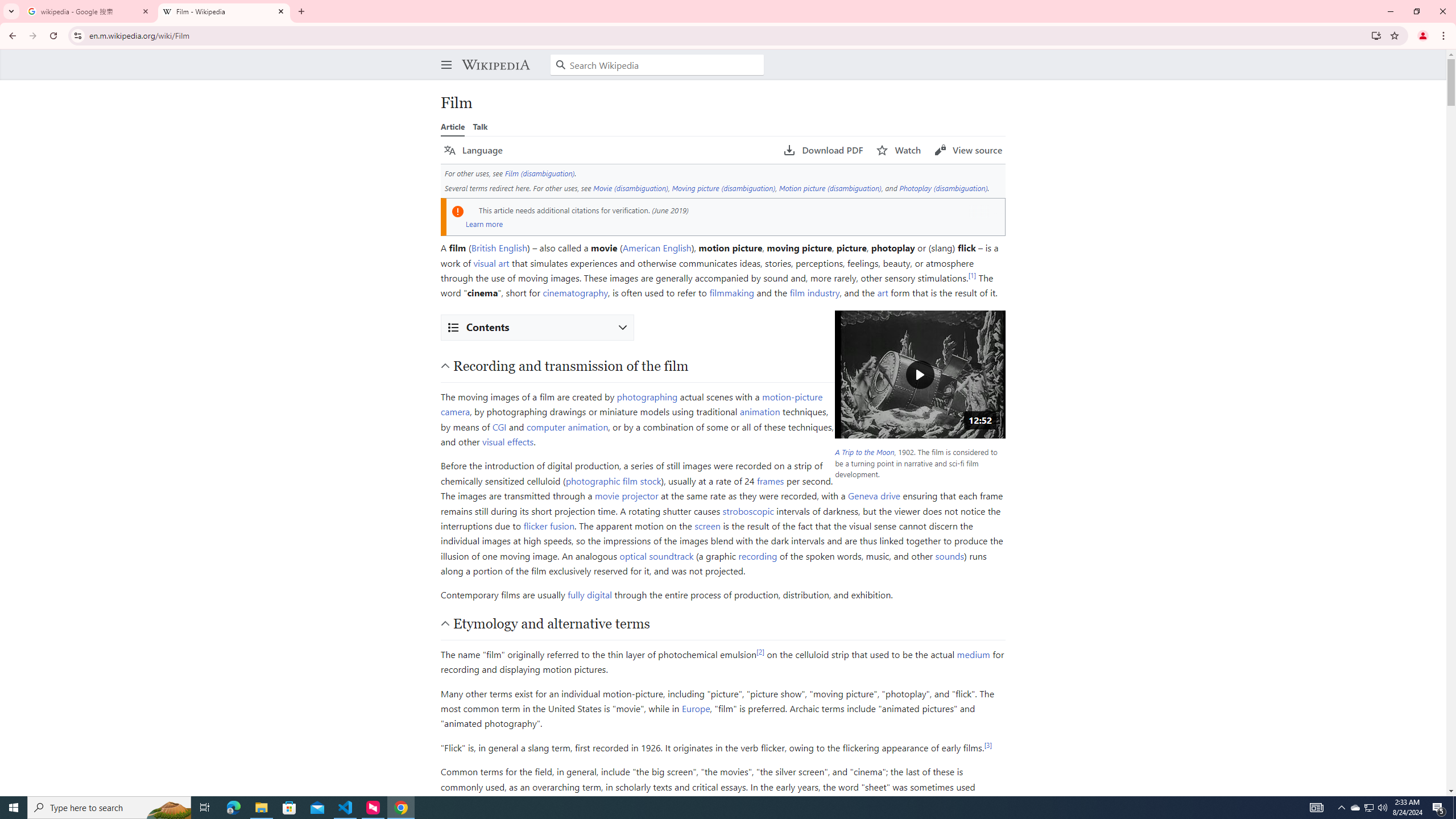 The image size is (1456, 819). Describe the element at coordinates (695, 708) in the screenshot. I see `'Europe'` at that location.